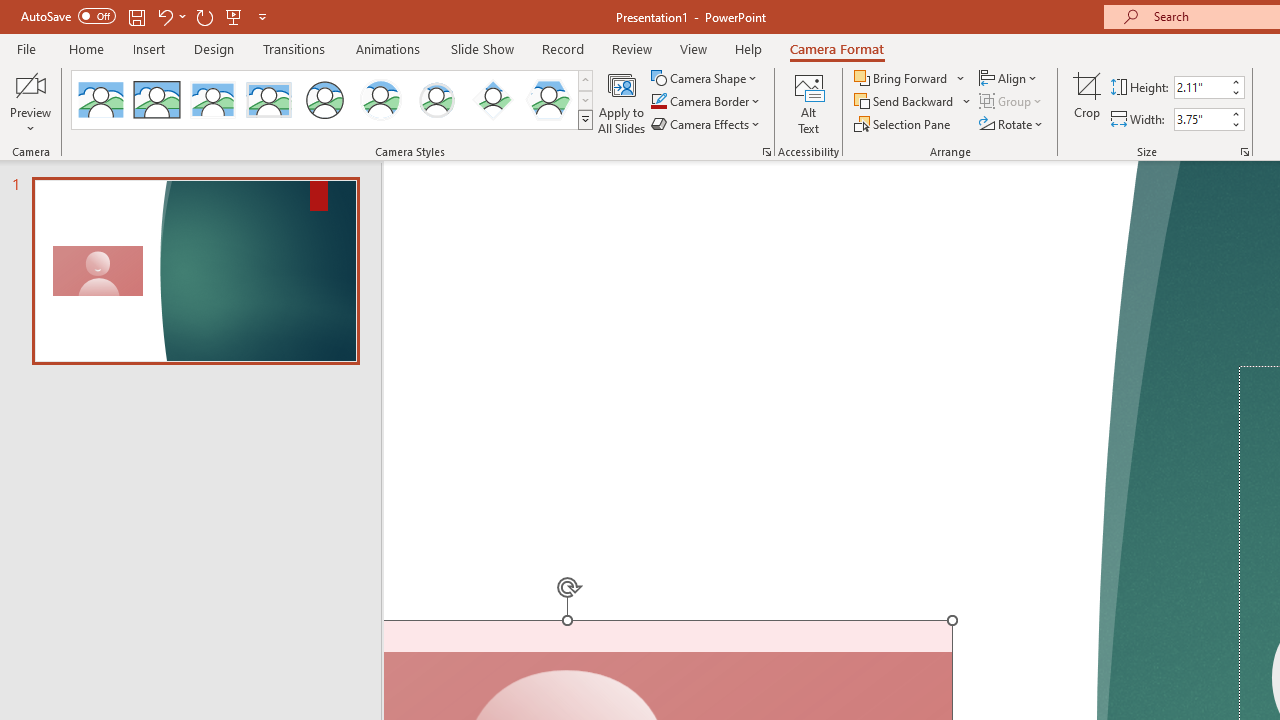  I want to click on 'Format Object...', so click(765, 150).